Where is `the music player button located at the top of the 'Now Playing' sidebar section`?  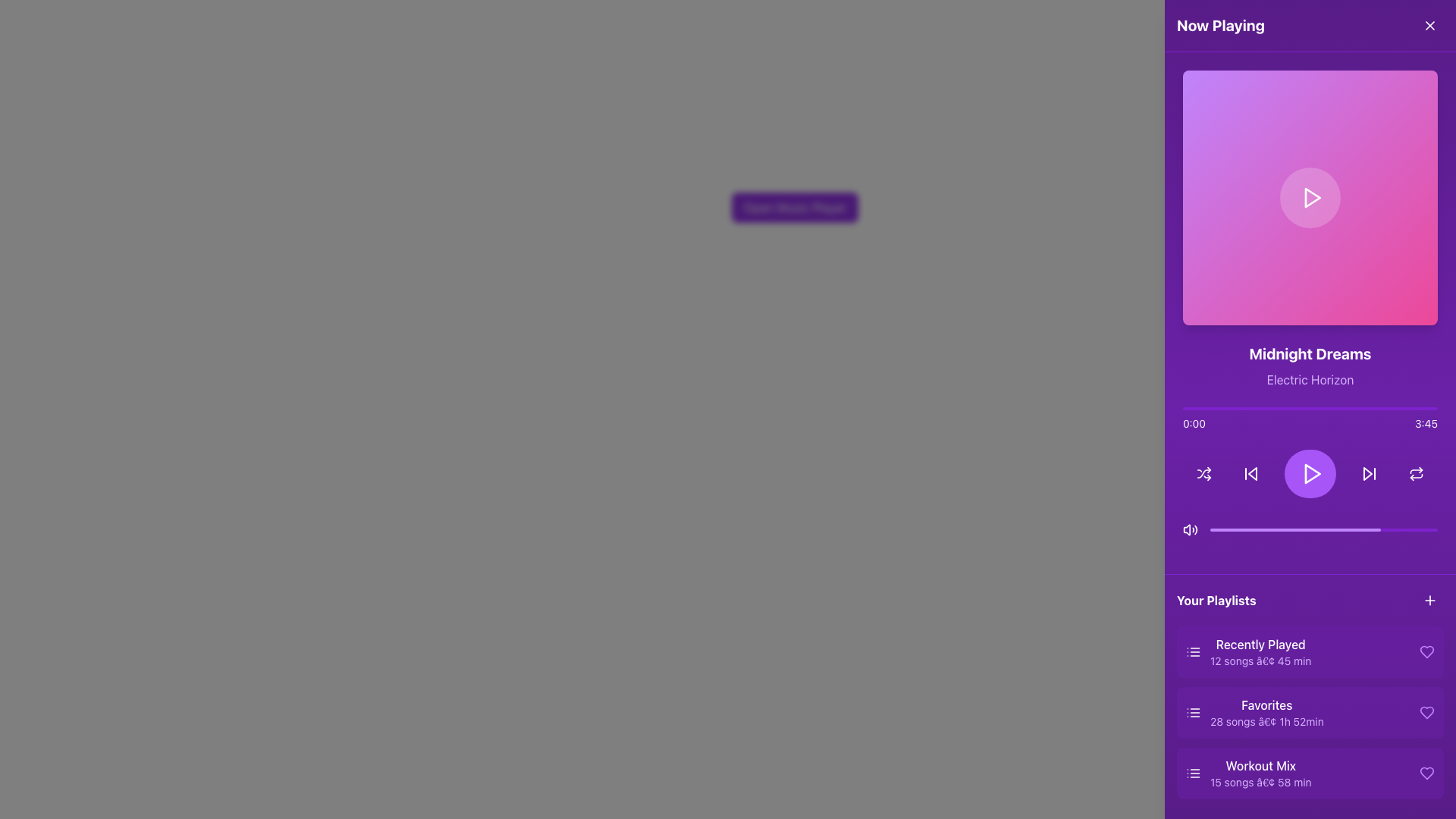 the music player button located at the top of the 'Now Playing' sidebar section is located at coordinates (794, 207).